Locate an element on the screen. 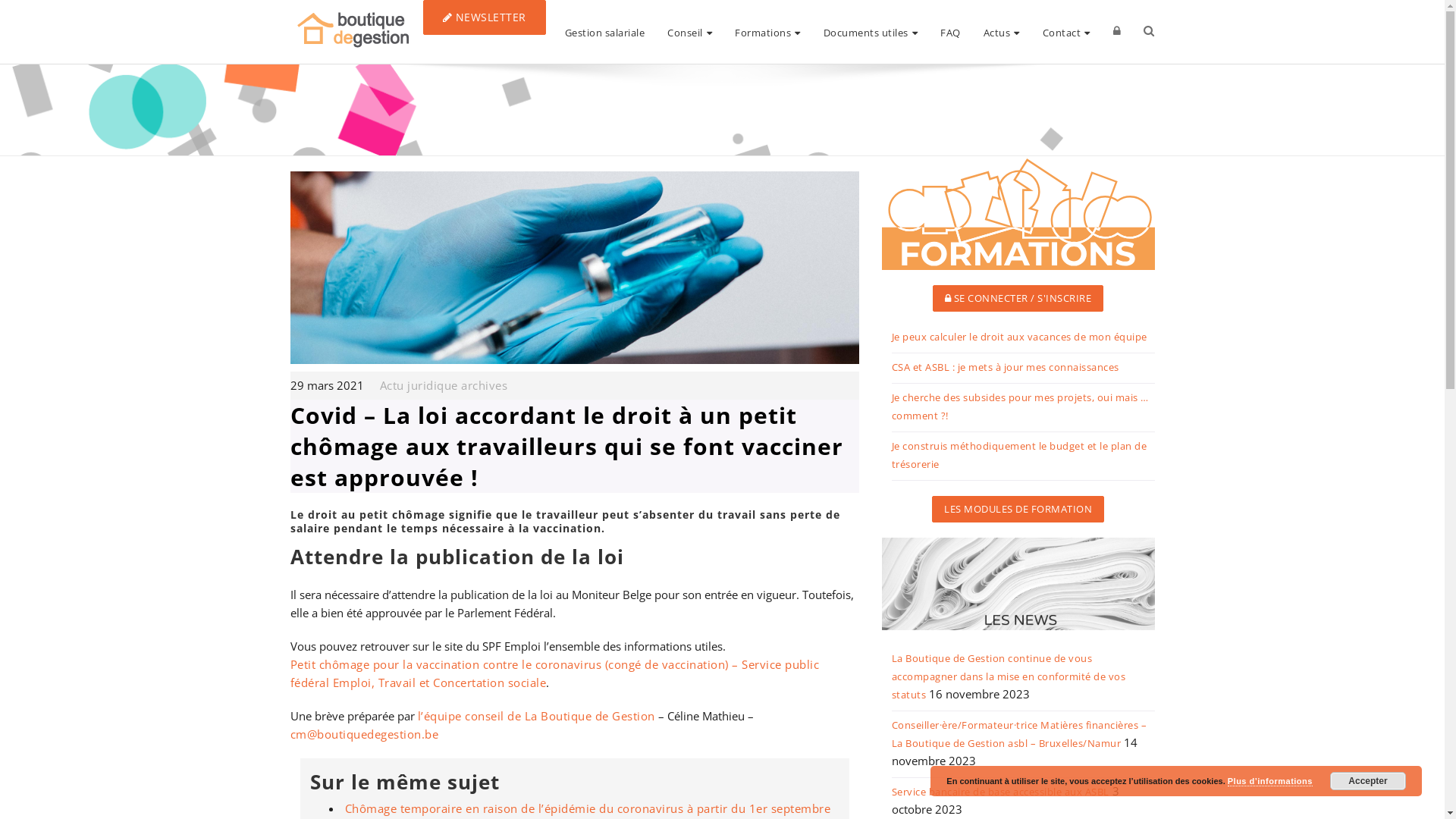  'Formations' is located at coordinates (767, 32).